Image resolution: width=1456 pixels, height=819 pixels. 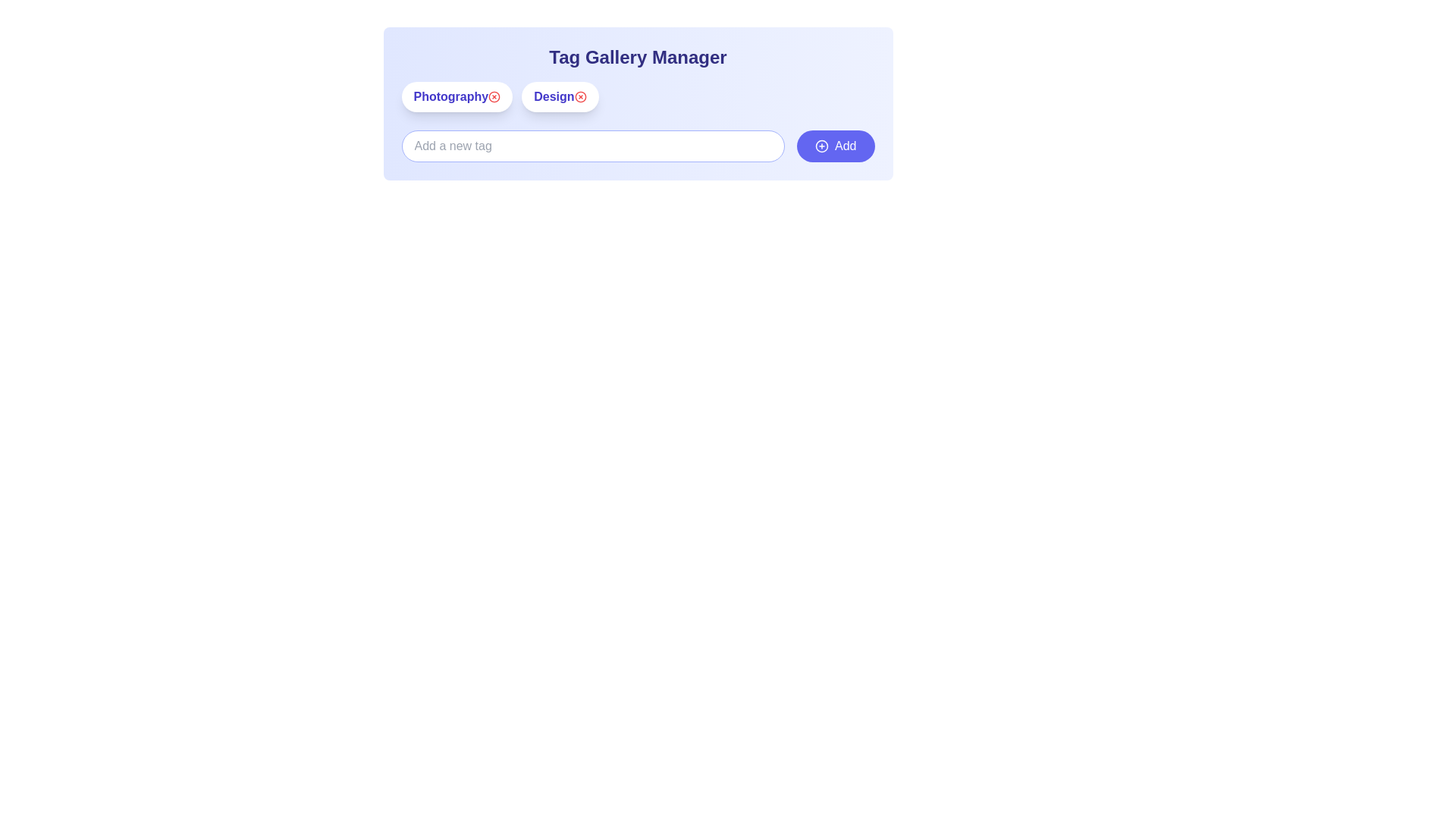 I want to click on the 'Add' button icon located at the bottom-right corner of the interface, so click(x=821, y=146).